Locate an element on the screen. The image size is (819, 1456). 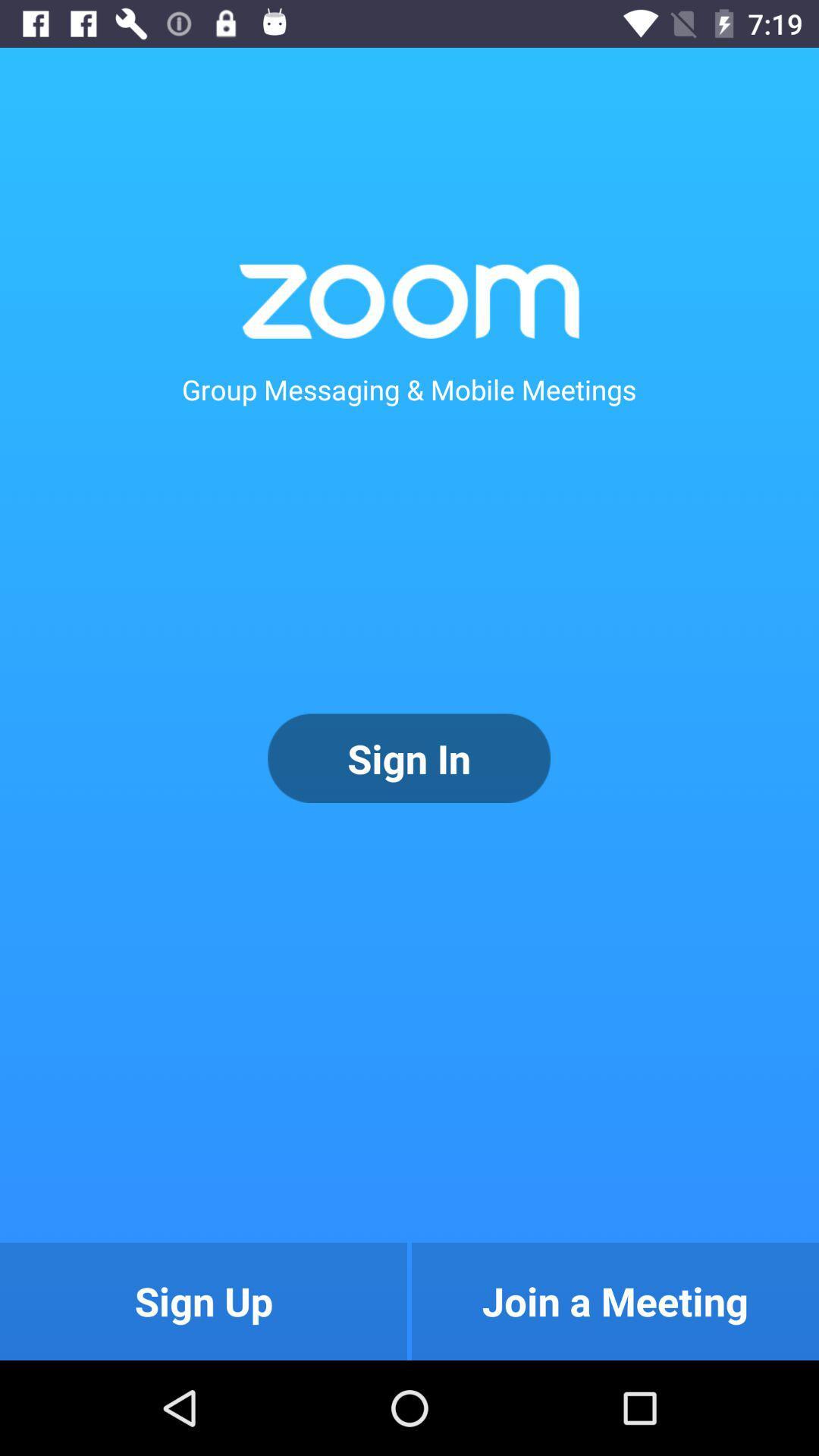
icon at the bottom right corner is located at coordinates (615, 1301).